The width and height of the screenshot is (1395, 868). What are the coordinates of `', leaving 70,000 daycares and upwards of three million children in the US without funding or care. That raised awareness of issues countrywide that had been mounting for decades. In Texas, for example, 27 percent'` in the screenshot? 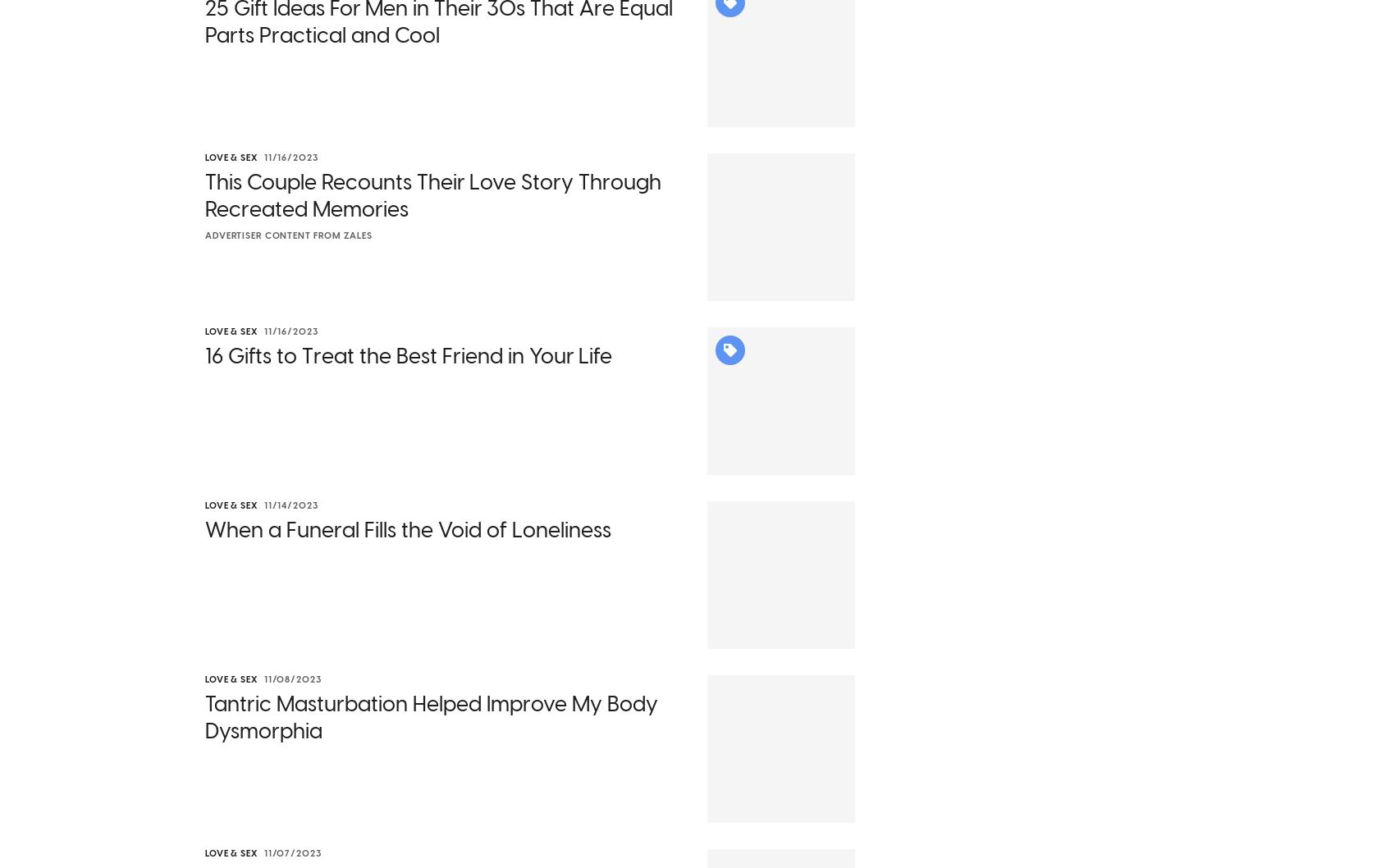 It's located at (205, 373).